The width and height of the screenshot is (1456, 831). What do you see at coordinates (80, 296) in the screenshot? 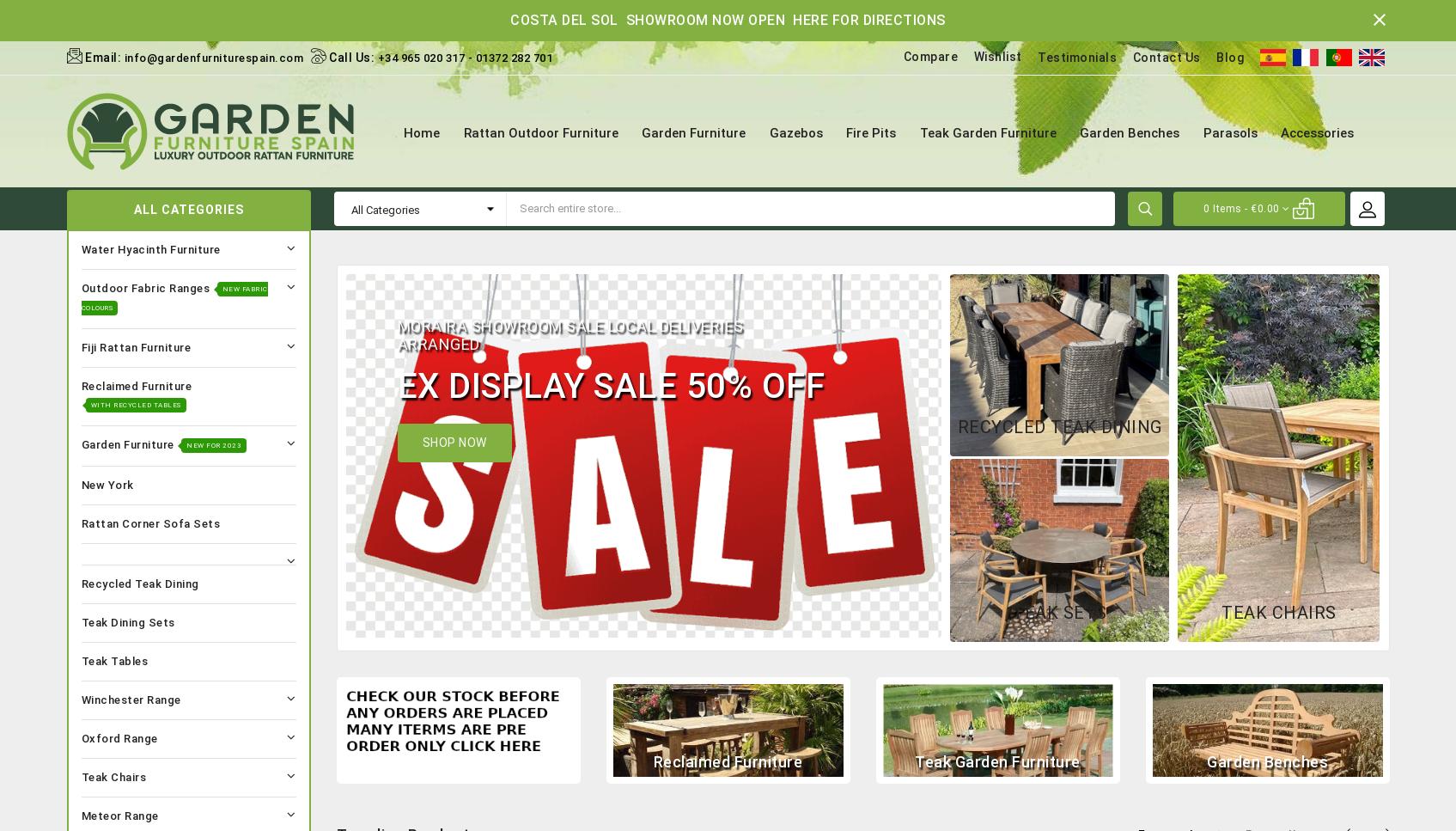
I see `'New Fabric Colours'` at bounding box center [80, 296].